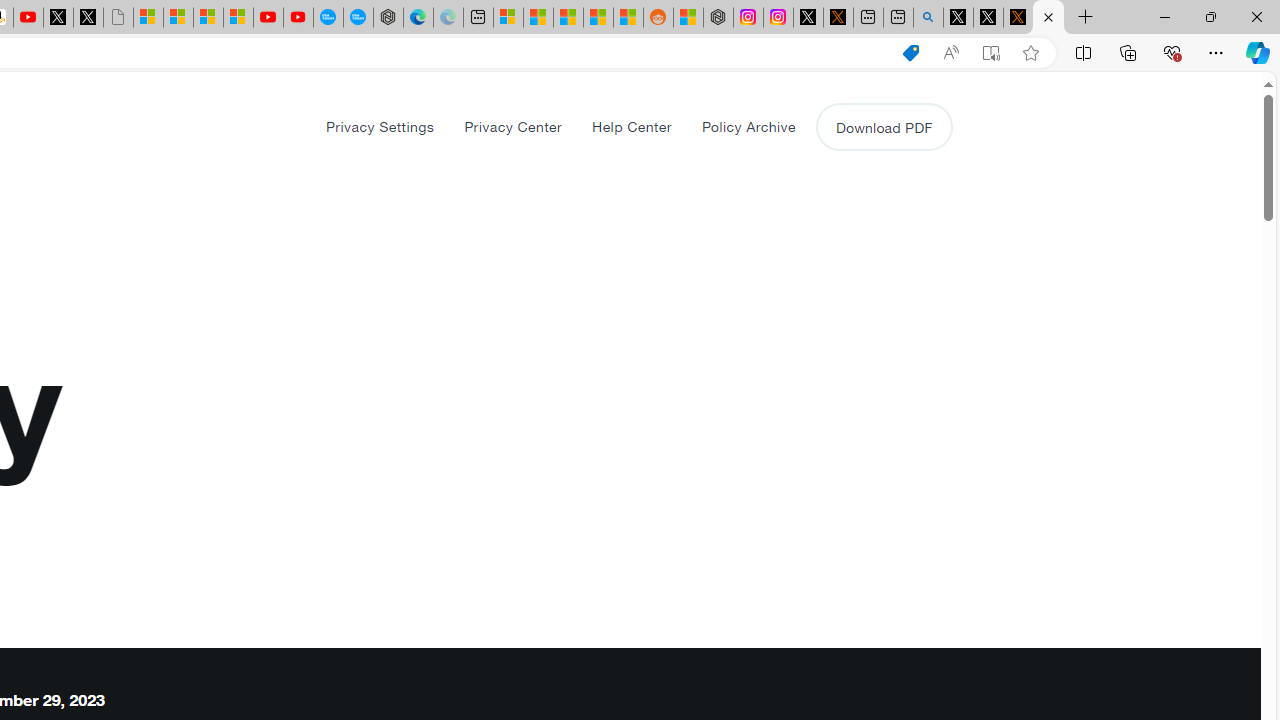 This screenshot has height=720, width=1280. What do you see at coordinates (838, 17) in the screenshot?
I see `'help.x.com | 524: A timeout occurred'` at bounding box center [838, 17].